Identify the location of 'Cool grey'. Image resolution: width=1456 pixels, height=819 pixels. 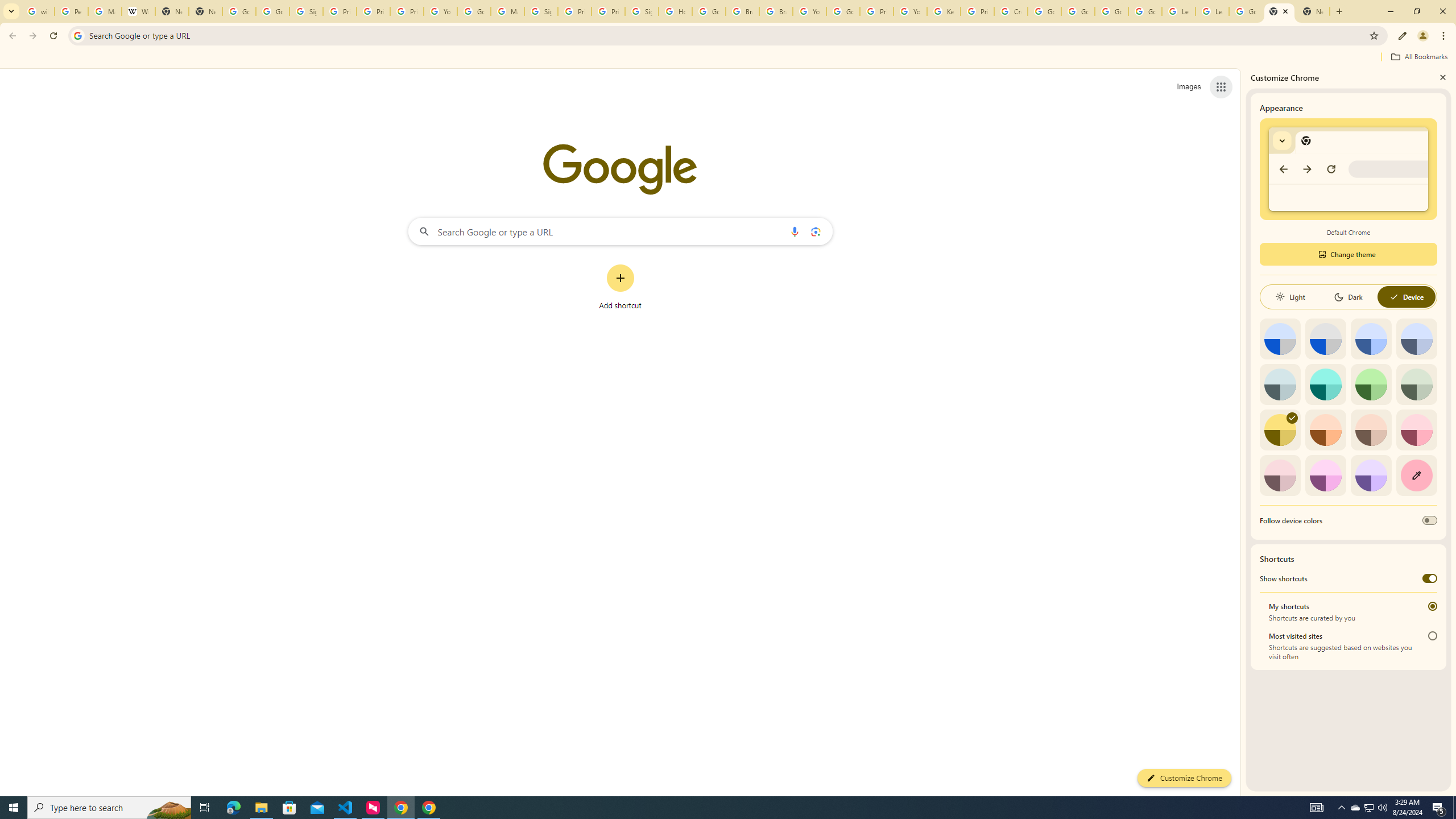
(1416, 338).